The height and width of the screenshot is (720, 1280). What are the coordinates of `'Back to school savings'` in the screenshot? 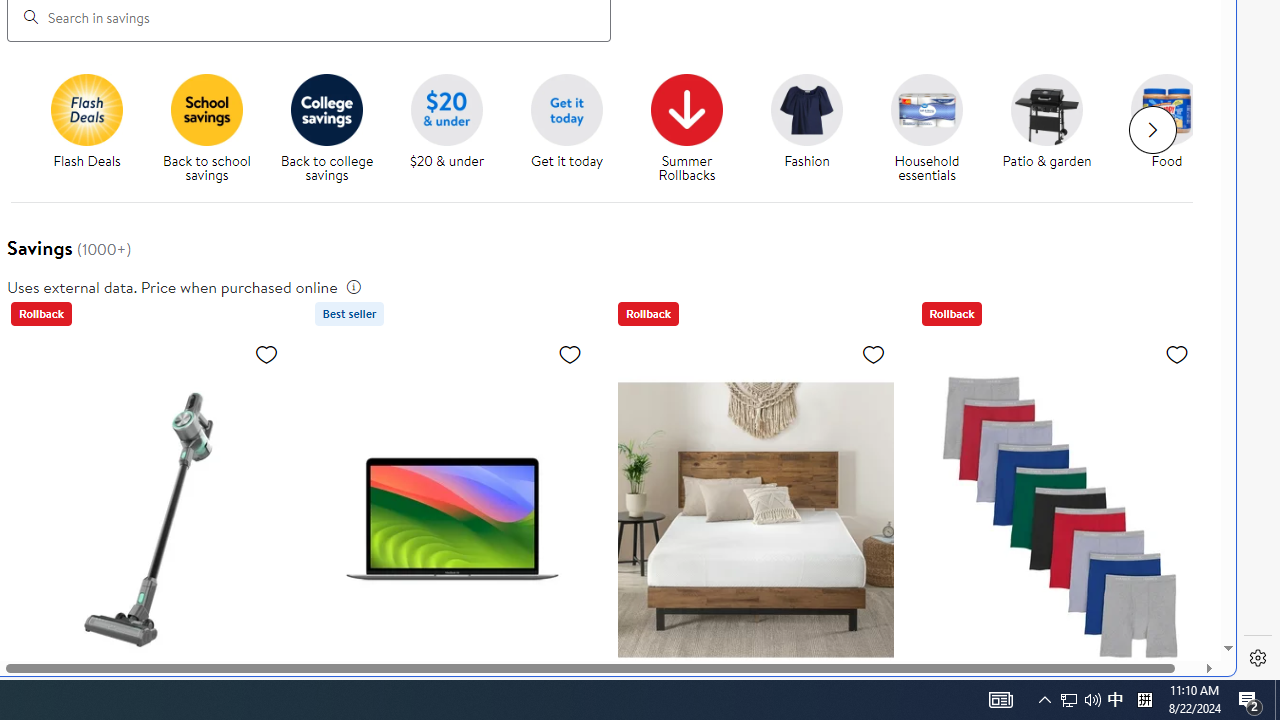 It's located at (215, 129).